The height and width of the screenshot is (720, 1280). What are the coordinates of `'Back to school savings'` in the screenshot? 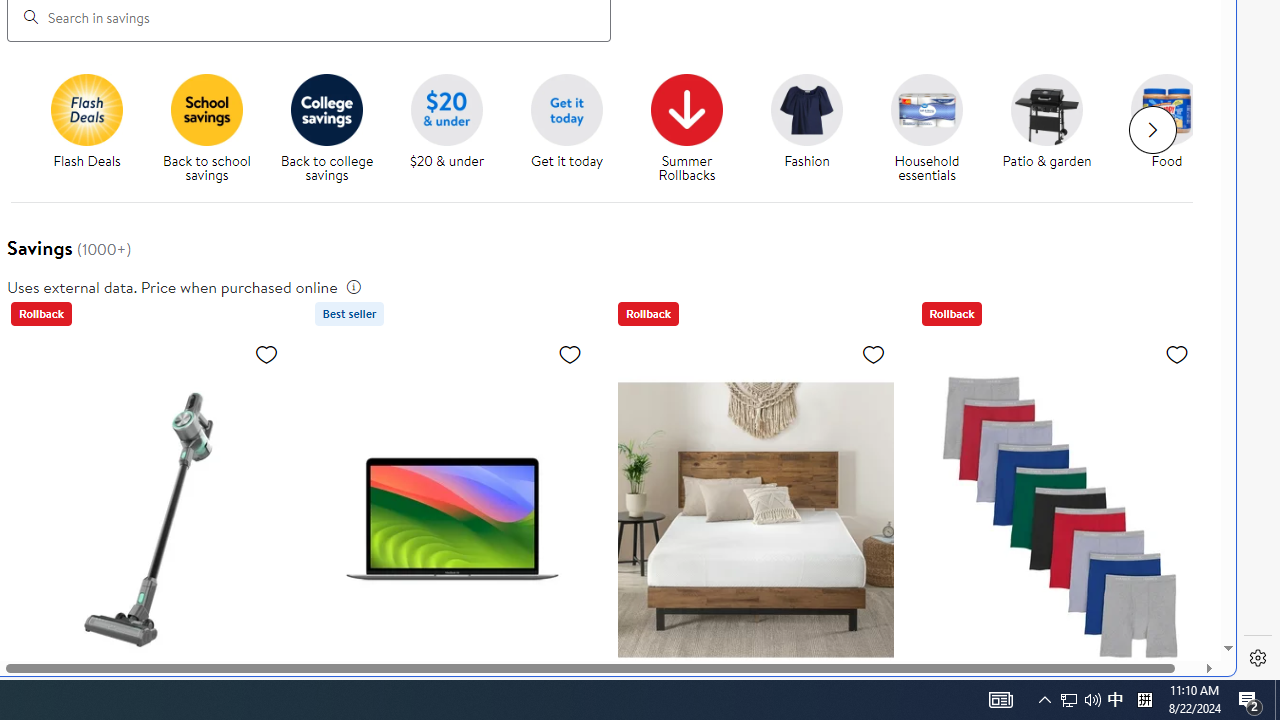 It's located at (215, 129).